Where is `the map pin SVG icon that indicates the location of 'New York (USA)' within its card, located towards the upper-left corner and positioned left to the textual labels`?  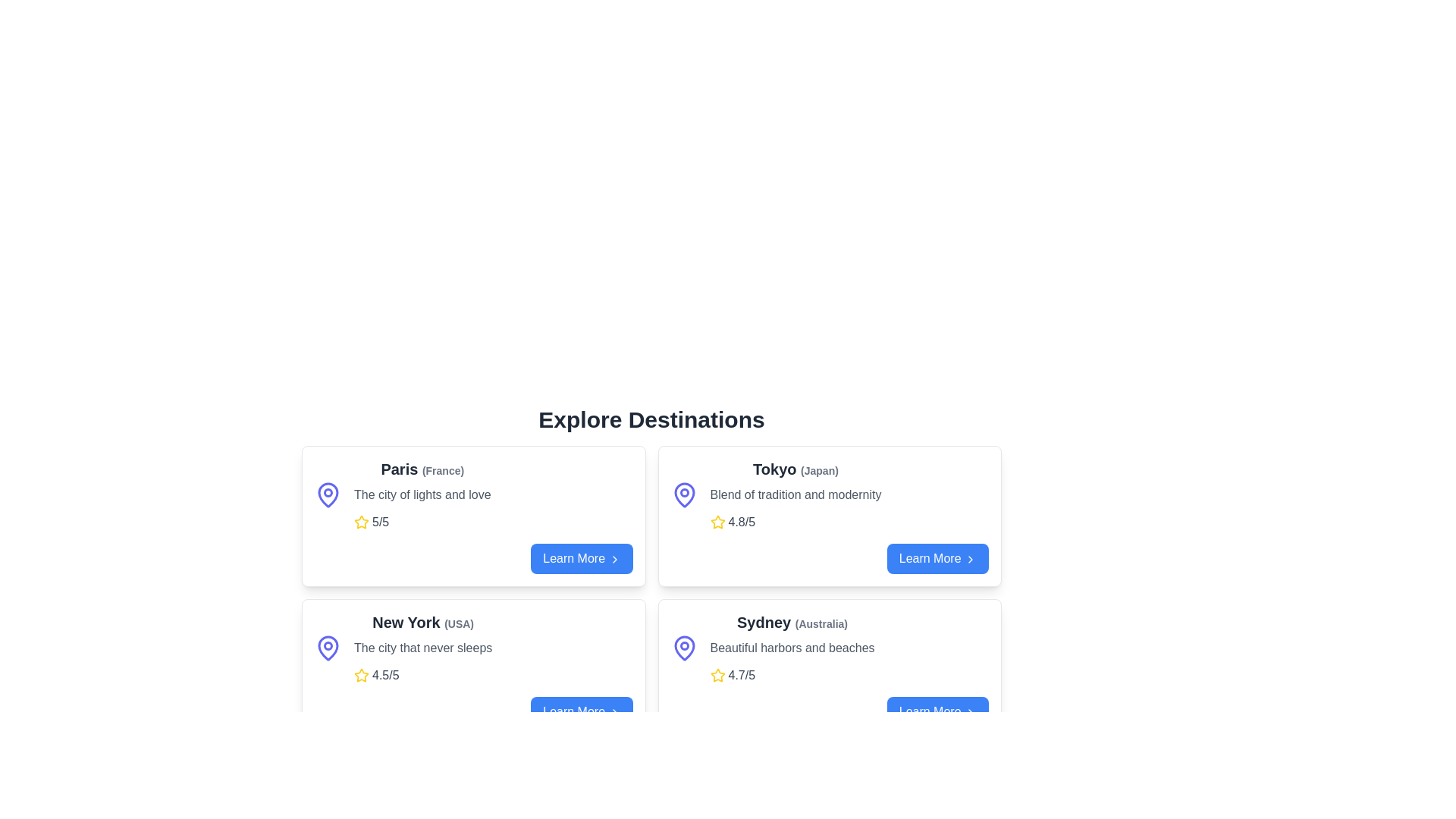
the map pin SVG icon that indicates the location of 'New York (USA)' within its card, located towards the upper-left corner and positioned left to the textual labels is located at coordinates (327, 648).